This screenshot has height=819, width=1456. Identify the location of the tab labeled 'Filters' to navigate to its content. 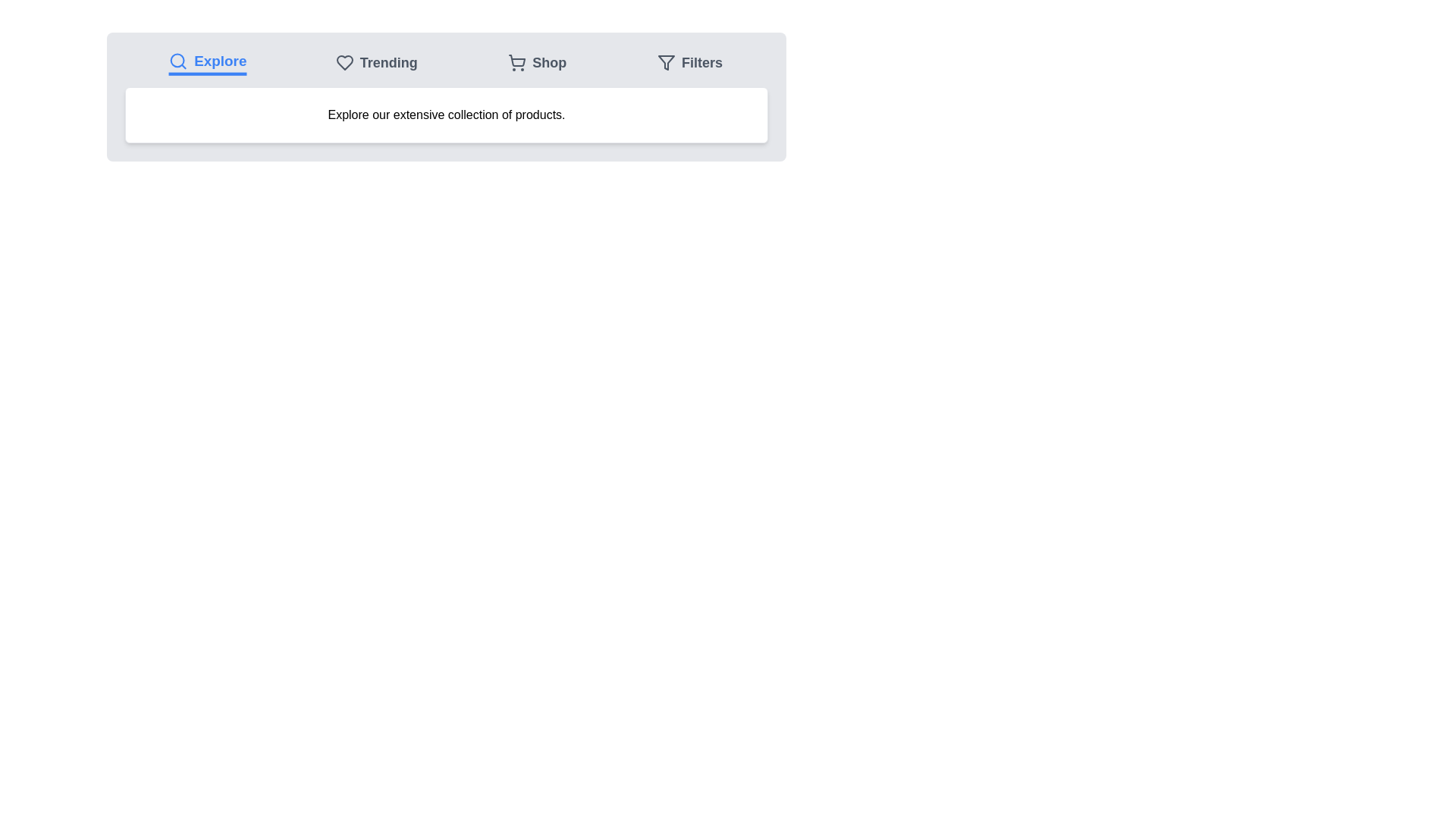
(689, 62).